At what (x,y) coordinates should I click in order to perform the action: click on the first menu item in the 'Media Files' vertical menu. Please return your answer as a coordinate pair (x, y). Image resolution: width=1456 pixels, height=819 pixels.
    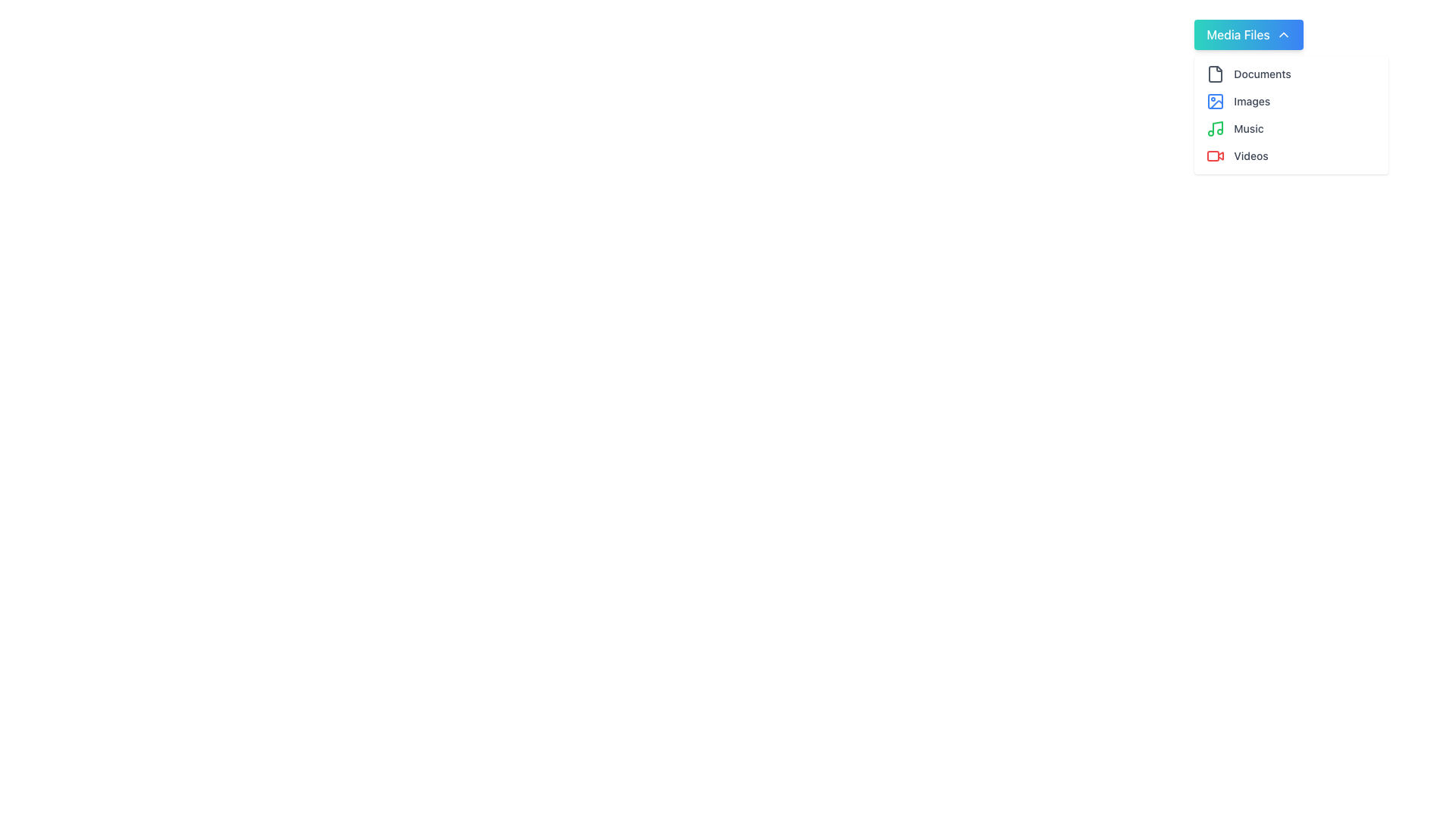
    Looking at the image, I should click on (1291, 74).